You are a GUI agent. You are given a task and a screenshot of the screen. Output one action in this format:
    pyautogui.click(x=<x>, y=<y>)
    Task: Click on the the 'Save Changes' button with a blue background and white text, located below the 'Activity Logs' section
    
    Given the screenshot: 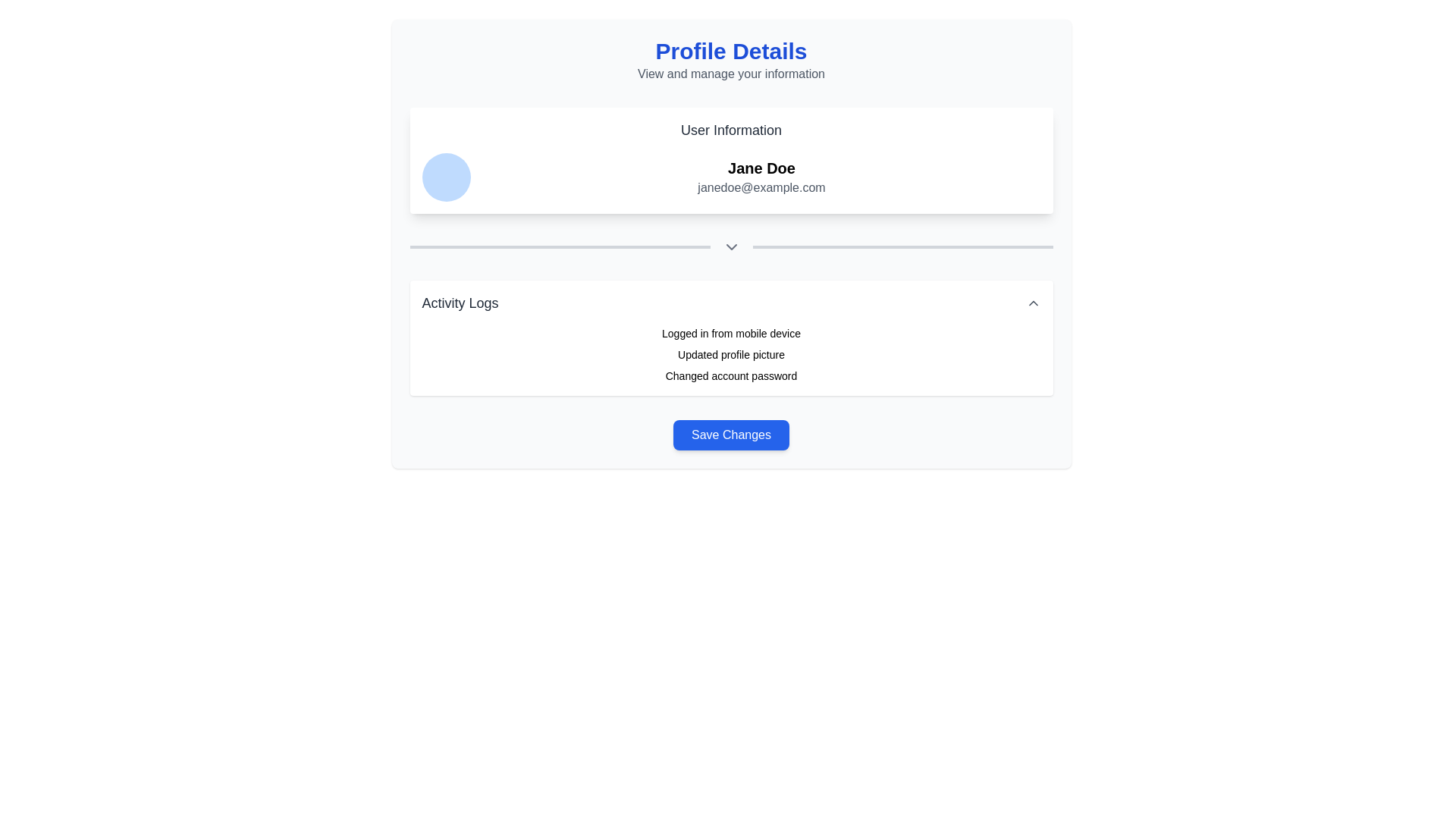 What is the action you would take?
    pyautogui.click(x=731, y=435)
    